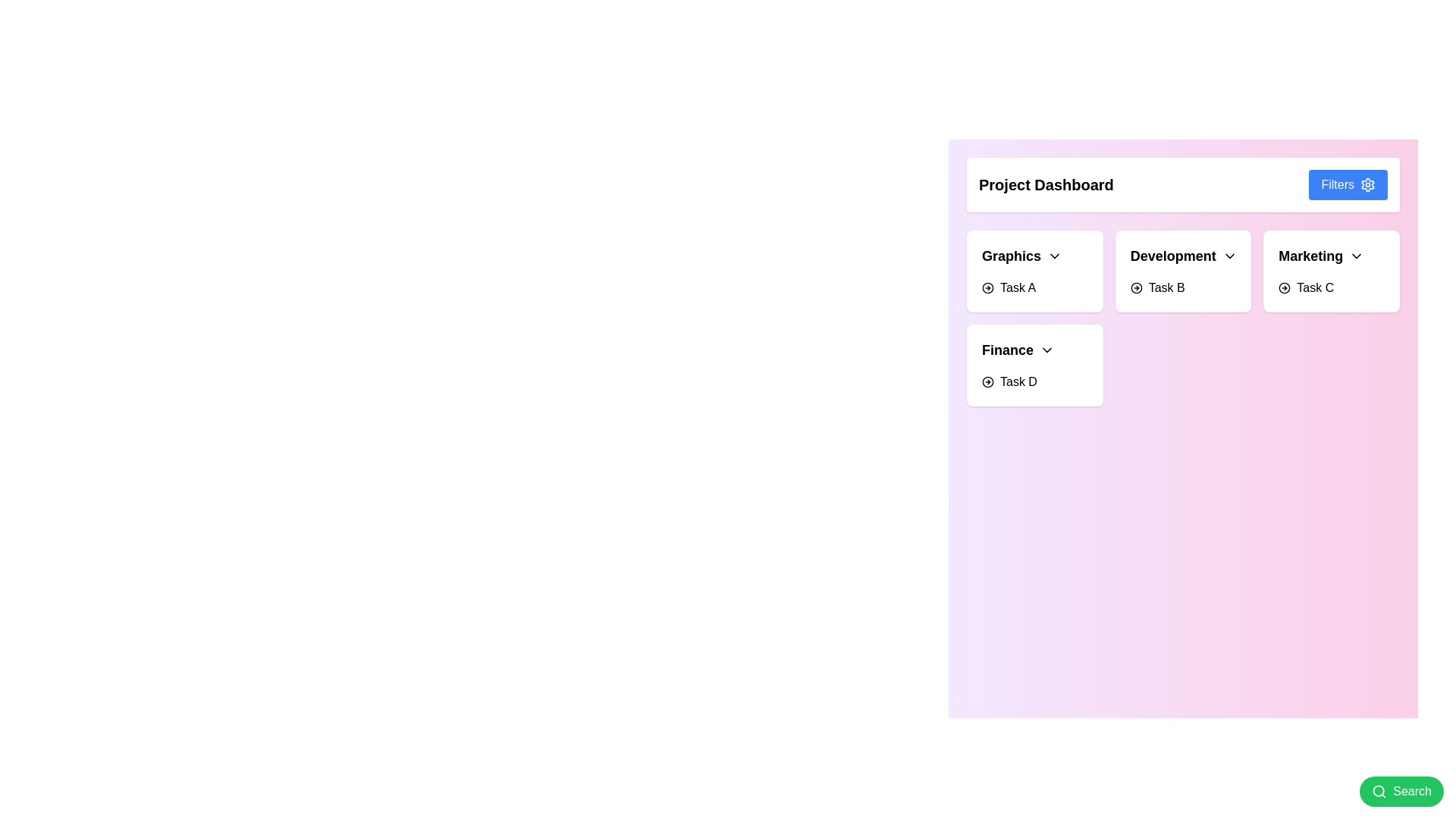 The image size is (1456, 819). What do you see at coordinates (1008, 350) in the screenshot?
I see `the static text element displaying the title 'Finance' located in the bottom-left card of the grid under 'Project Dashboard'` at bounding box center [1008, 350].